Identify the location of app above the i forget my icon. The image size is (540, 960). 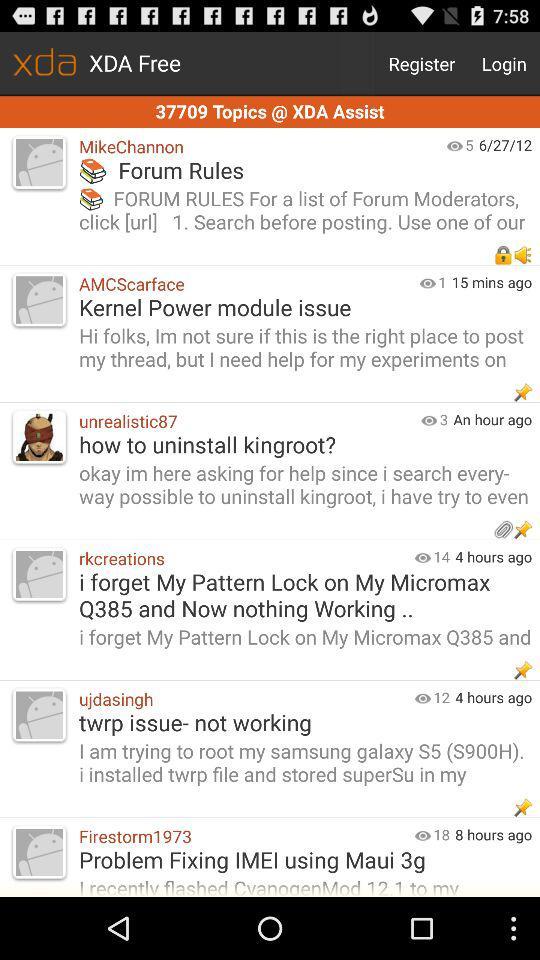
(441, 556).